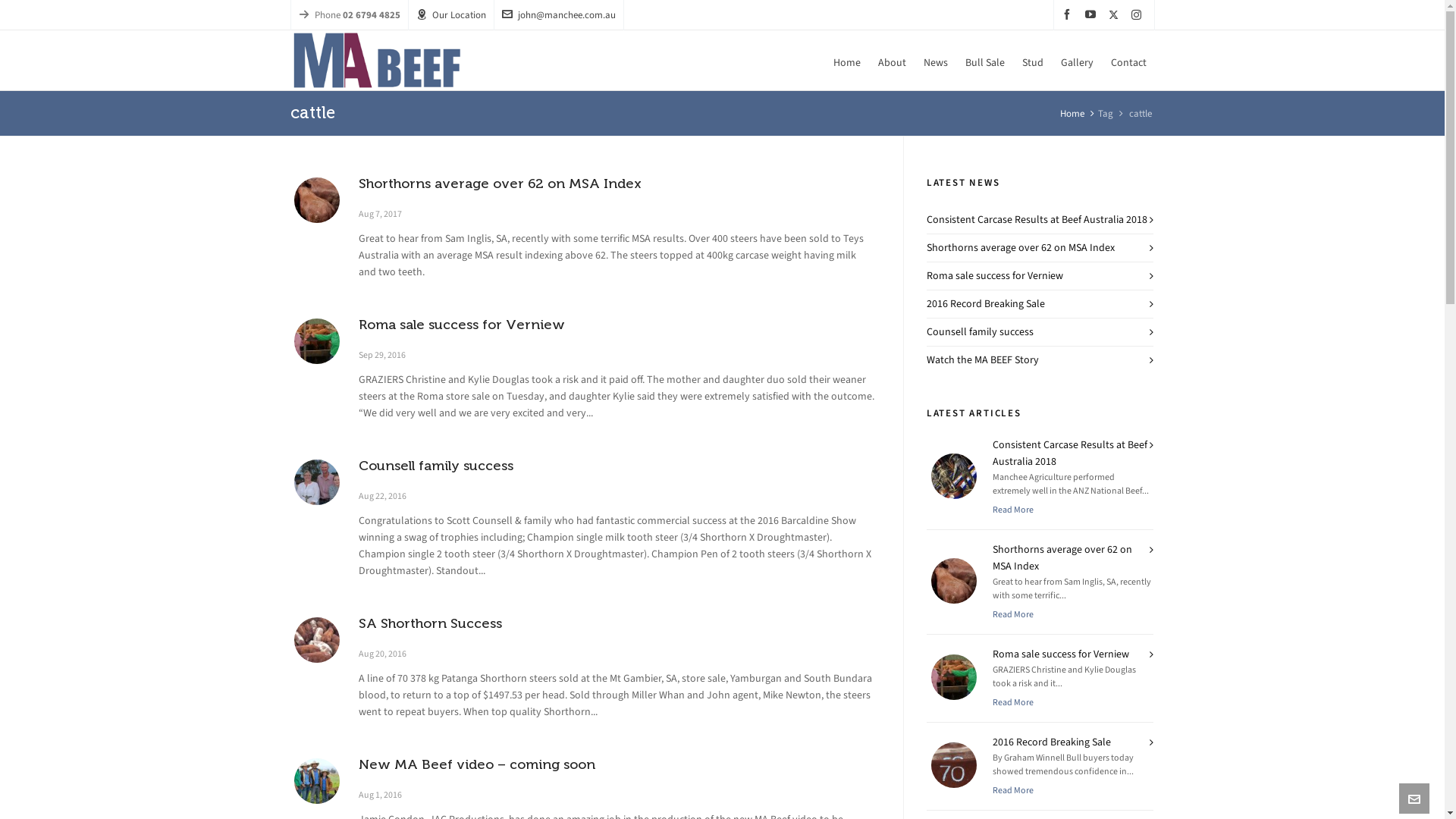  I want to click on 'Home', so click(824, 60).